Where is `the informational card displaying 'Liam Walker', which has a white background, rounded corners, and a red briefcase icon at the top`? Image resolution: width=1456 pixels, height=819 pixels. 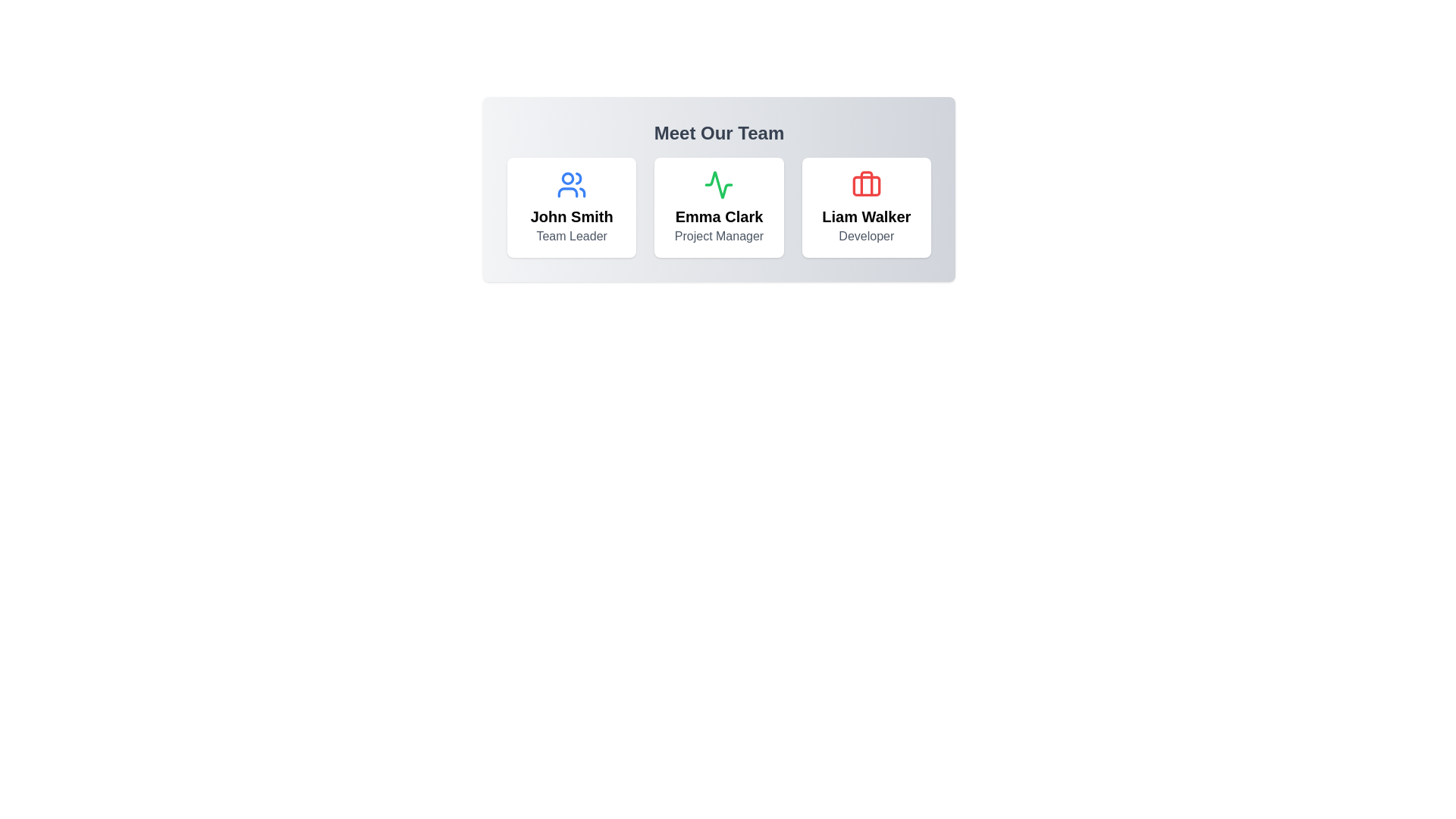
the informational card displaying 'Liam Walker', which has a white background, rounded corners, and a red briefcase icon at the top is located at coordinates (866, 207).